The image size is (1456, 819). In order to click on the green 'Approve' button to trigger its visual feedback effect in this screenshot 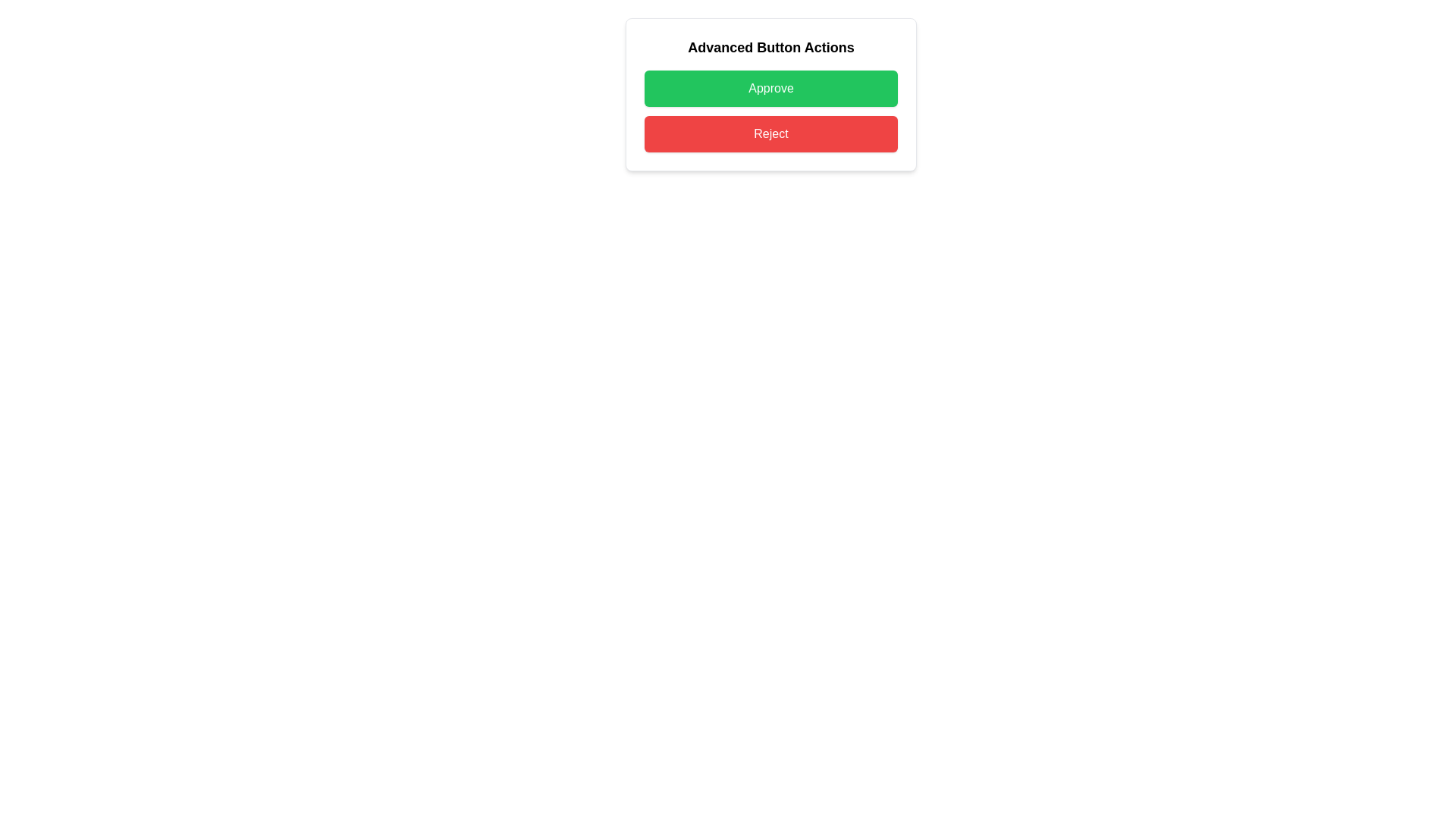, I will do `click(771, 88)`.